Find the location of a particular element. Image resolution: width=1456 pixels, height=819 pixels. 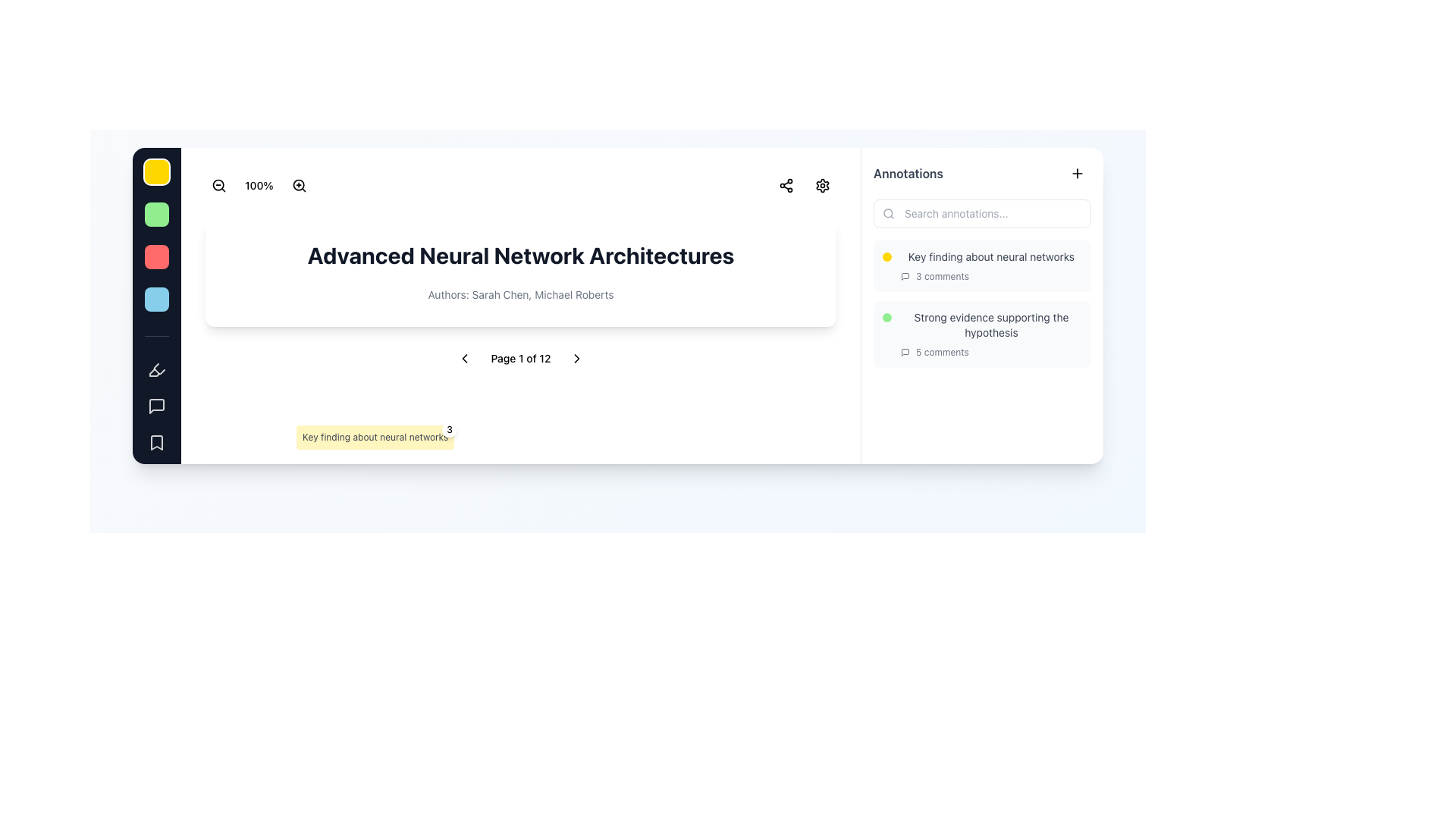

the second list item in the annotation panel, which summarizes an annotation with the title 'Strong evidence supporting the hypothesis' and indicates '5 comments' is located at coordinates (982, 333).